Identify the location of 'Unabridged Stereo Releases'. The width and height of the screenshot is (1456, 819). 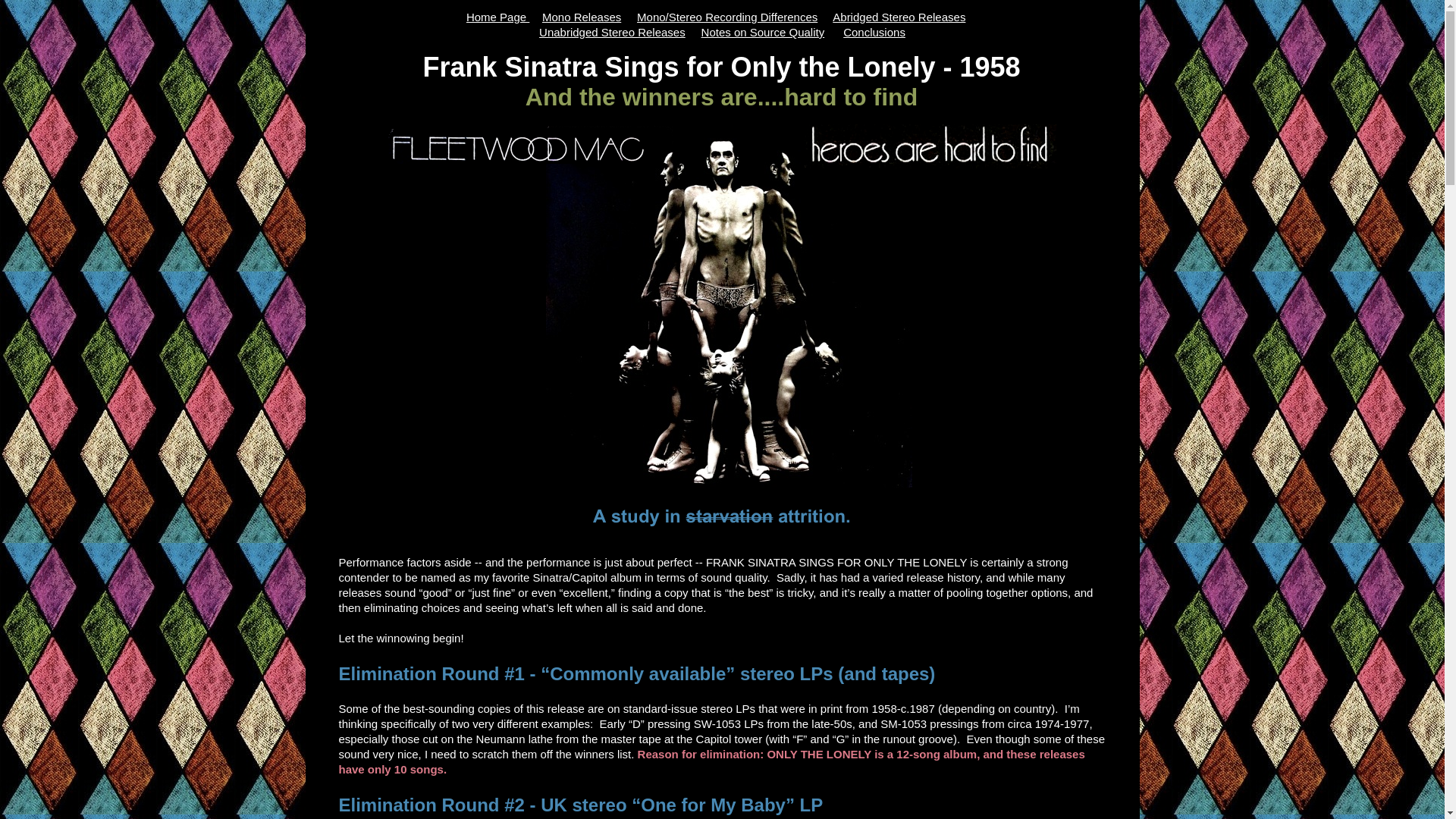
(612, 32).